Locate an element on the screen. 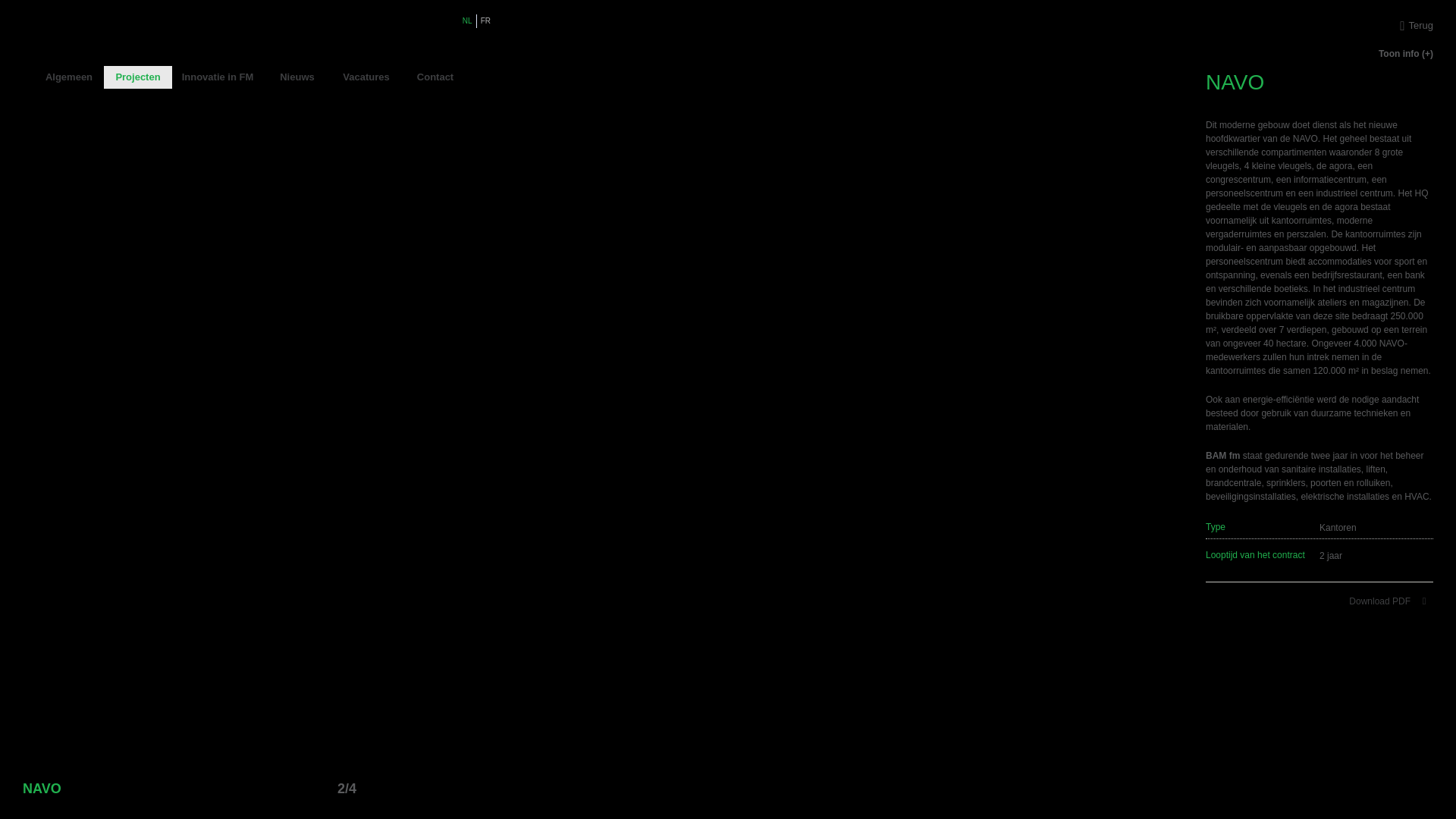 This screenshot has width=1456, height=819. 'Projecten' is located at coordinates (138, 77).